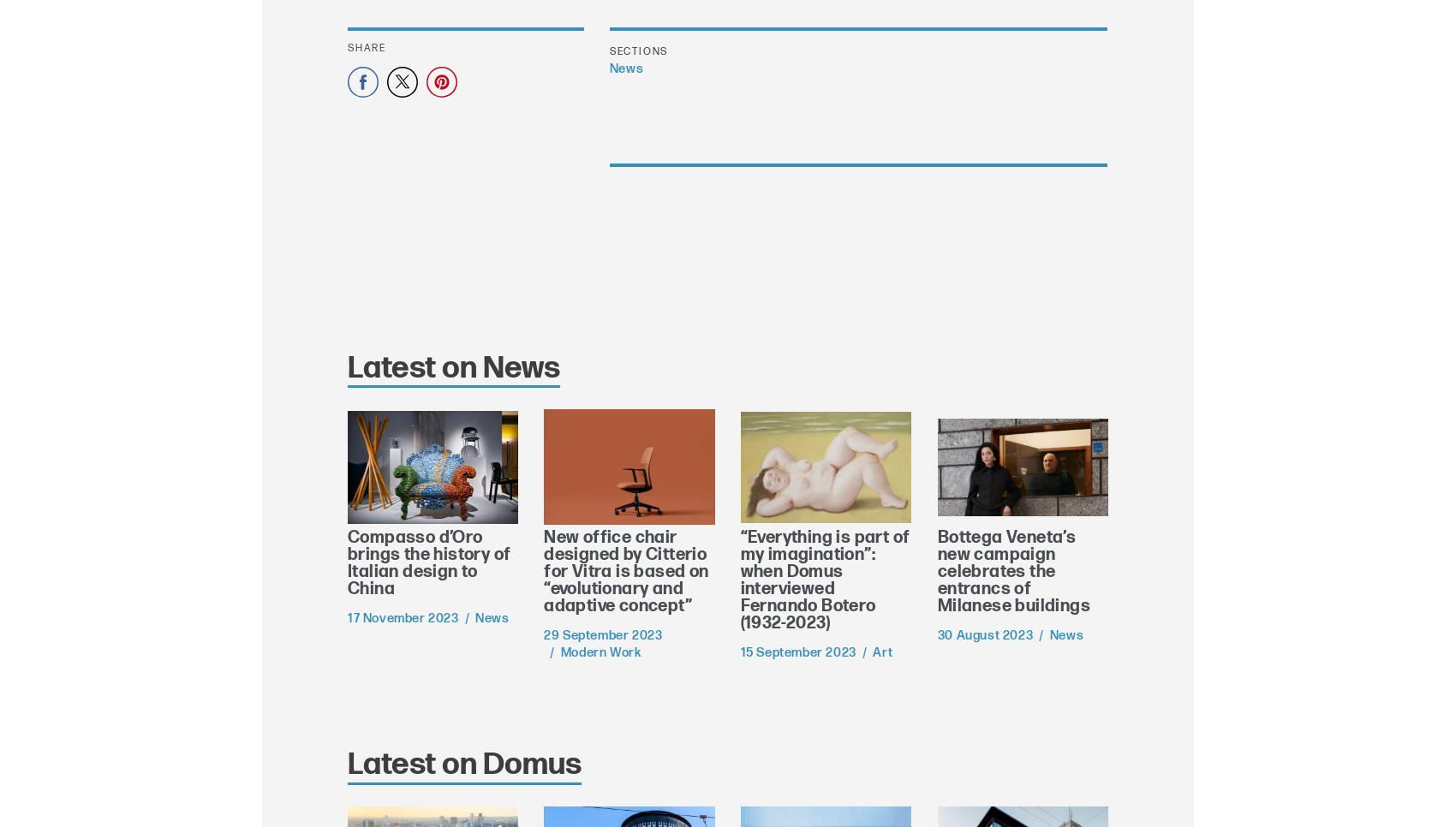 Image resolution: width=1456 pixels, height=827 pixels. Describe the element at coordinates (346, 563) in the screenshot. I see `'Compasso d’Oro brings the history of Italian design to China'` at that location.